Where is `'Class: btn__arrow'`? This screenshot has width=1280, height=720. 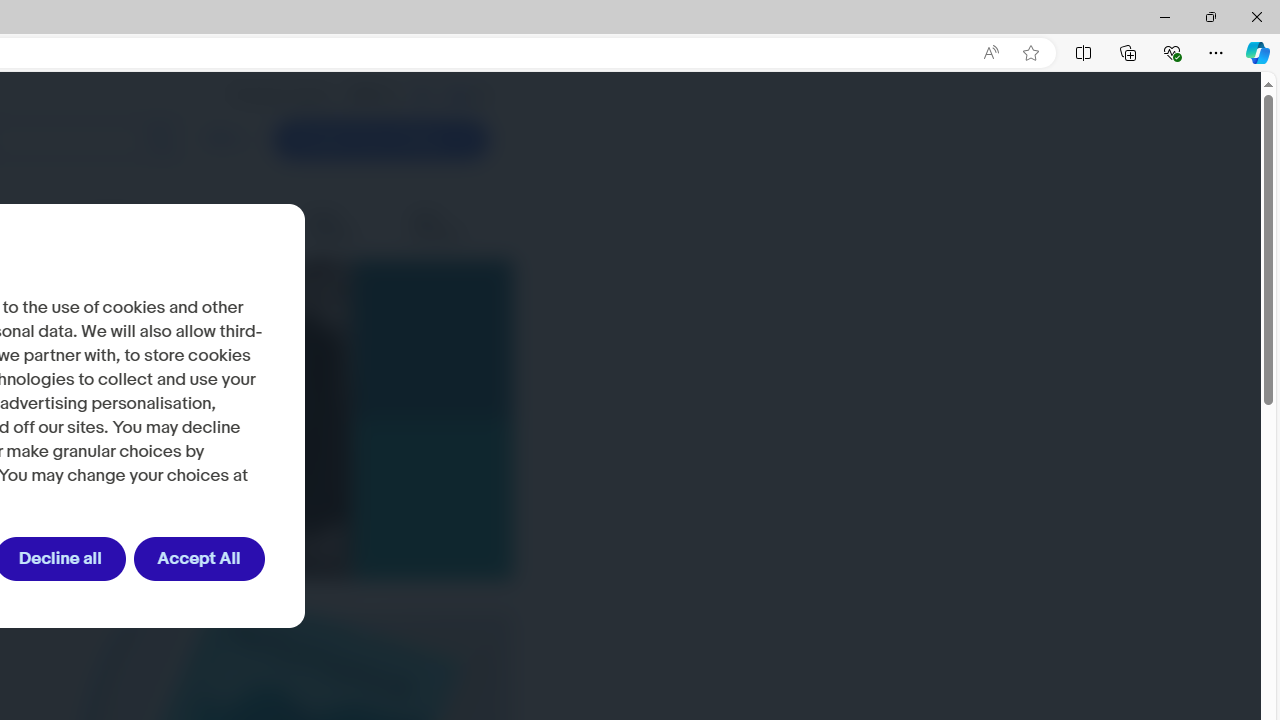
'Class: btn__arrow' is located at coordinates (460, 139).